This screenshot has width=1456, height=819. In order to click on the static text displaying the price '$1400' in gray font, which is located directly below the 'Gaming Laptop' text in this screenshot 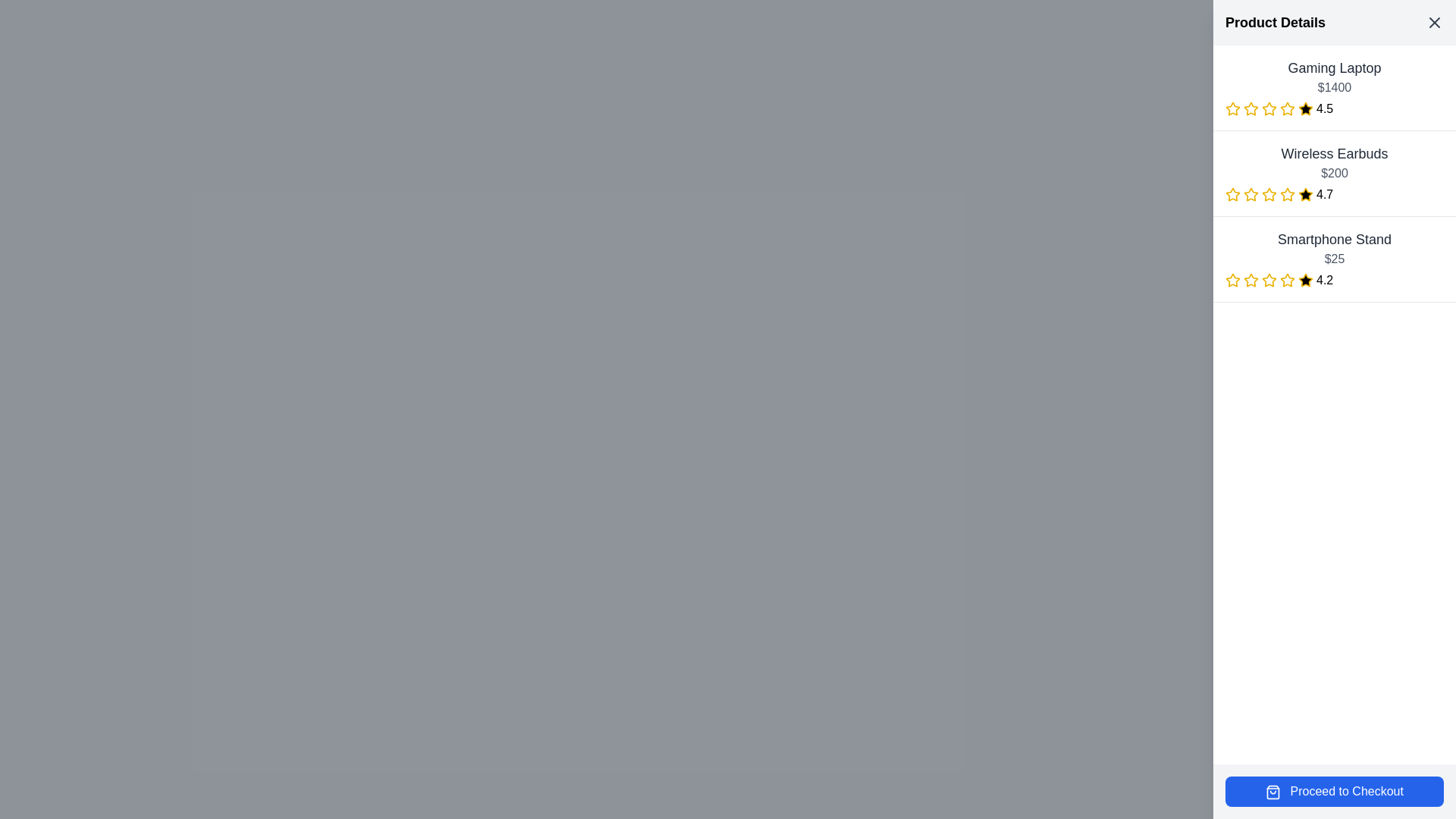, I will do `click(1335, 87)`.